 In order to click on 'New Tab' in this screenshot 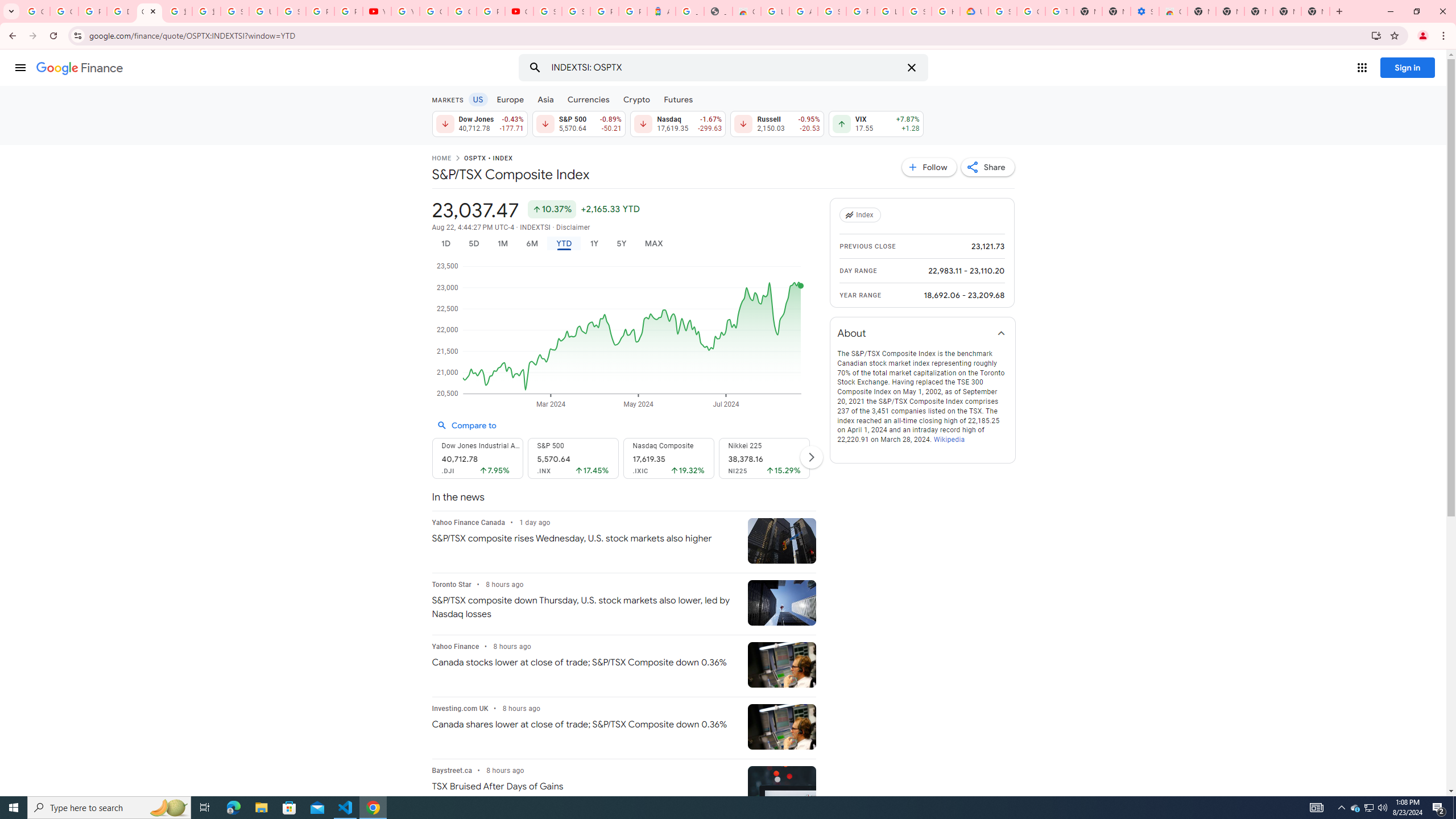, I will do `click(1314, 11)`.